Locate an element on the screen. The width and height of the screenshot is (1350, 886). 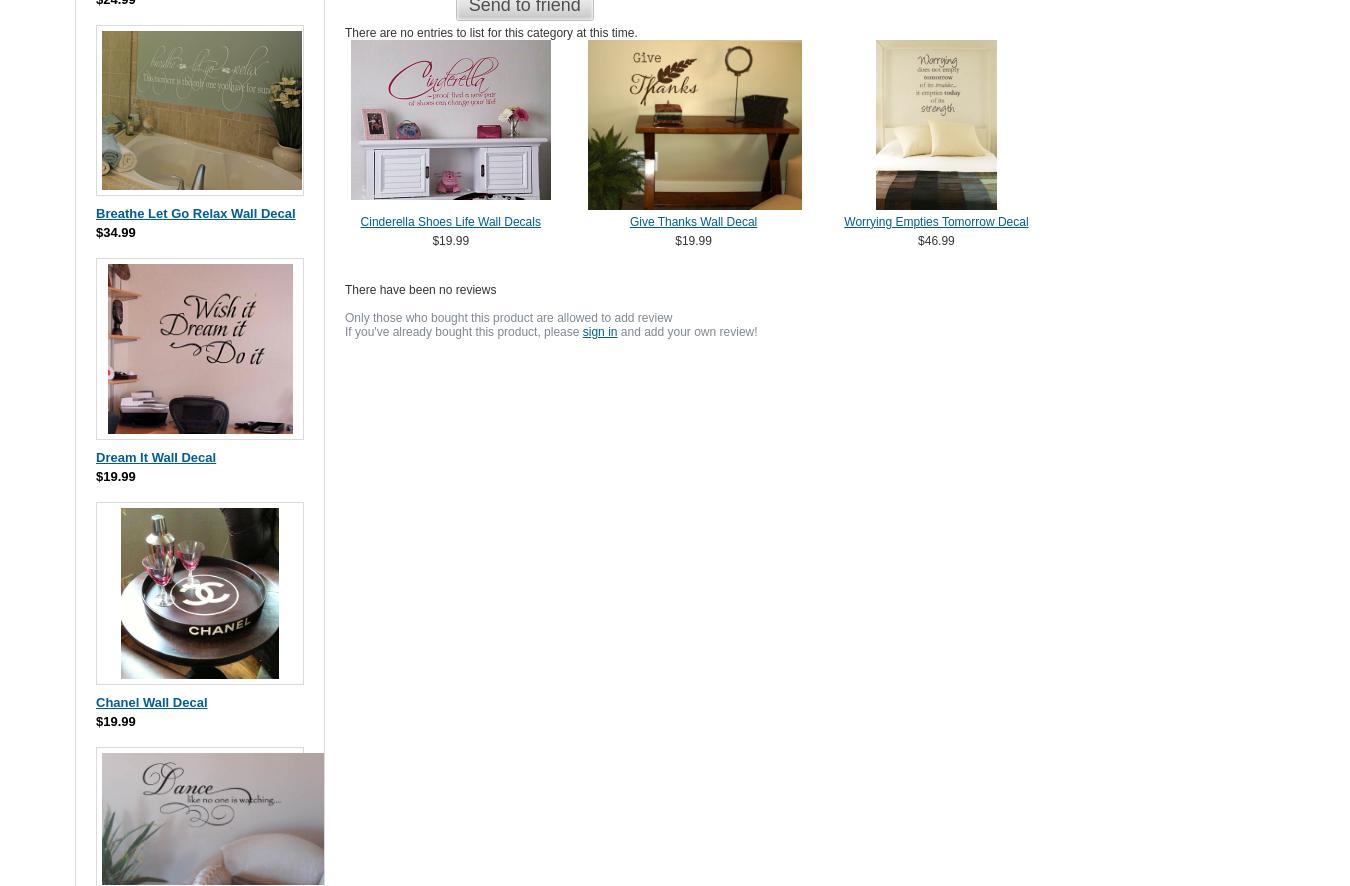
'and add your own review!' is located at coordinates (686, 330).